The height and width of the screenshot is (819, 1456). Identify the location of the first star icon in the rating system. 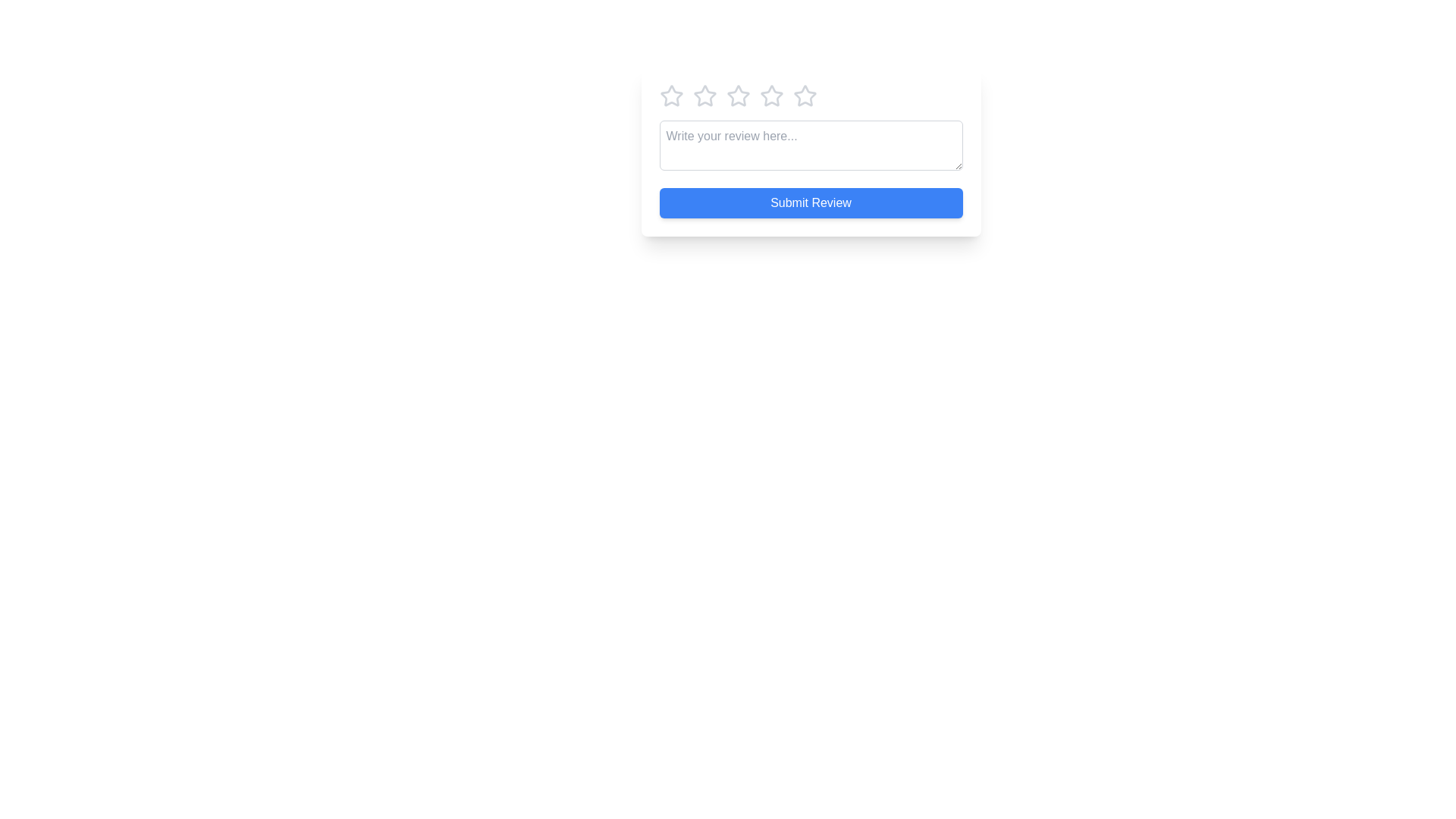
(670, 96).